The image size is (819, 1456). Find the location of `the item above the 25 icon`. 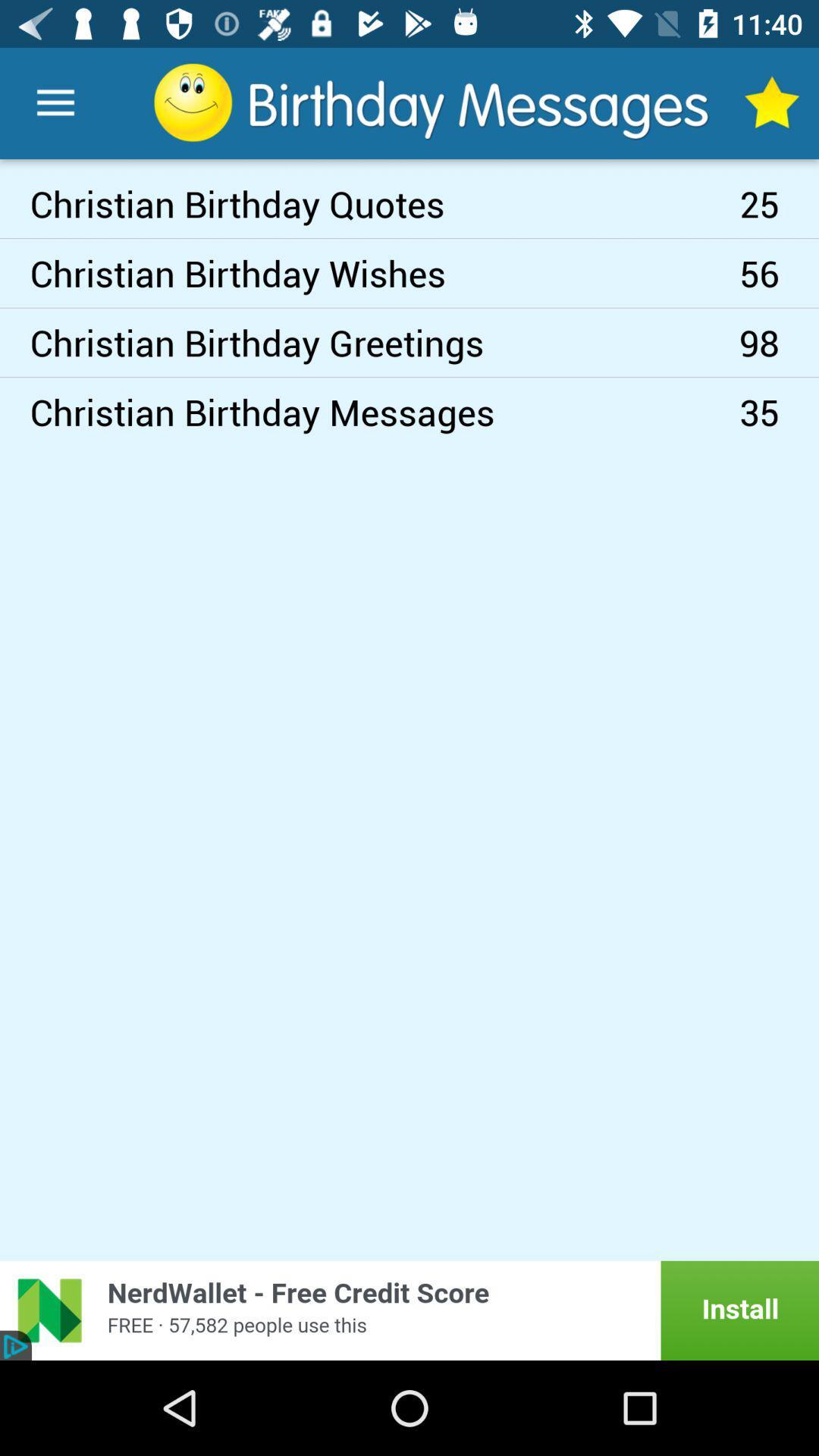

the item above the 25 icon is located at coordinates (771, 102).